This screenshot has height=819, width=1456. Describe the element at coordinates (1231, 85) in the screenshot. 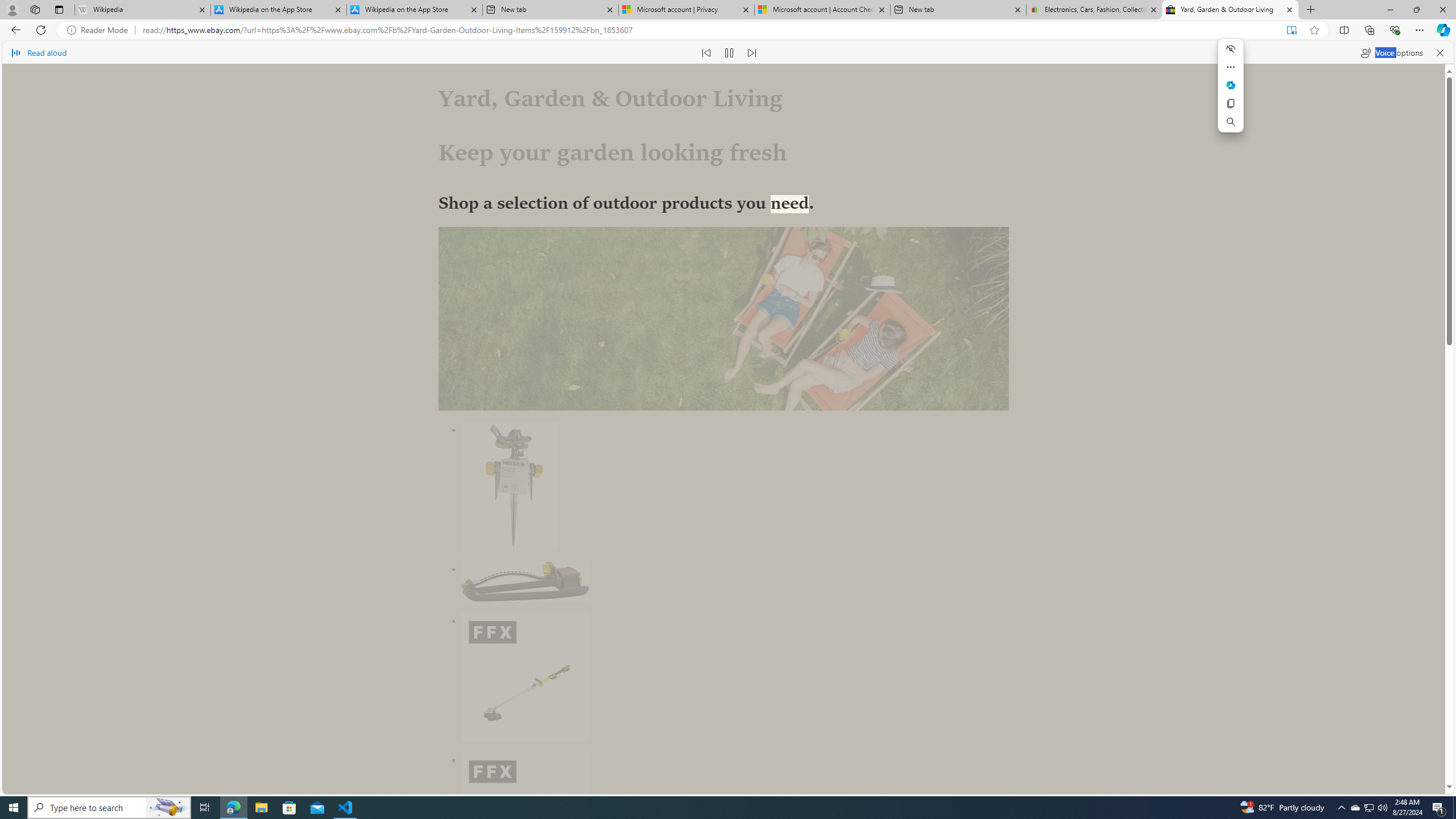

I see `'Ask Copilot'` at that location.